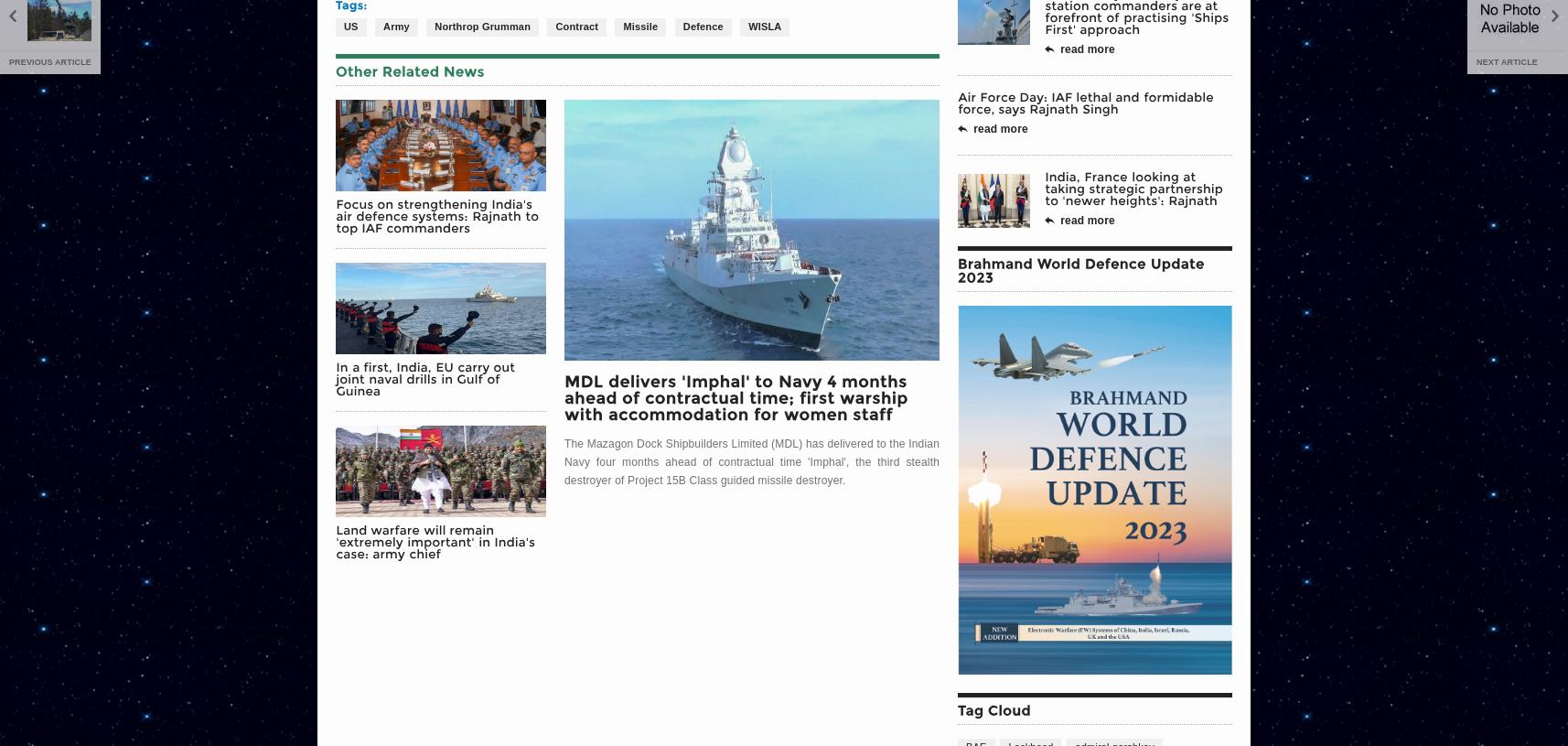 The width and height of the screenshot is (1568, 746). I want to click on 'Missile', so click(639, 25).